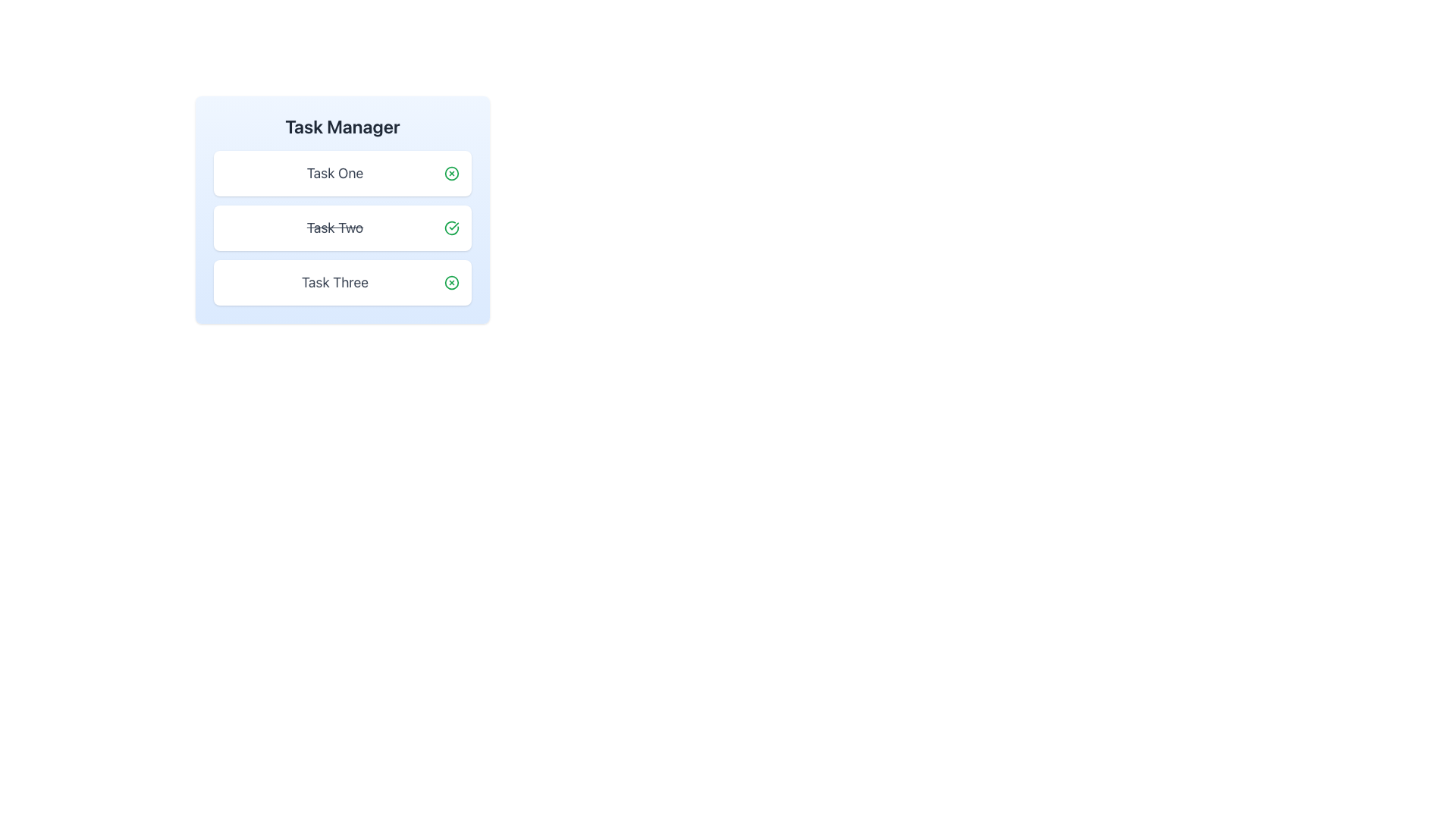 This screenshot has height=819, width=1456. Describe the element at coordinates (450, 227) in the screenshot. I see `the circular check mark icon within the SVG group located in the second row of the 'Task Manager' section, adjacent to the text 'Task Two'` at that location.